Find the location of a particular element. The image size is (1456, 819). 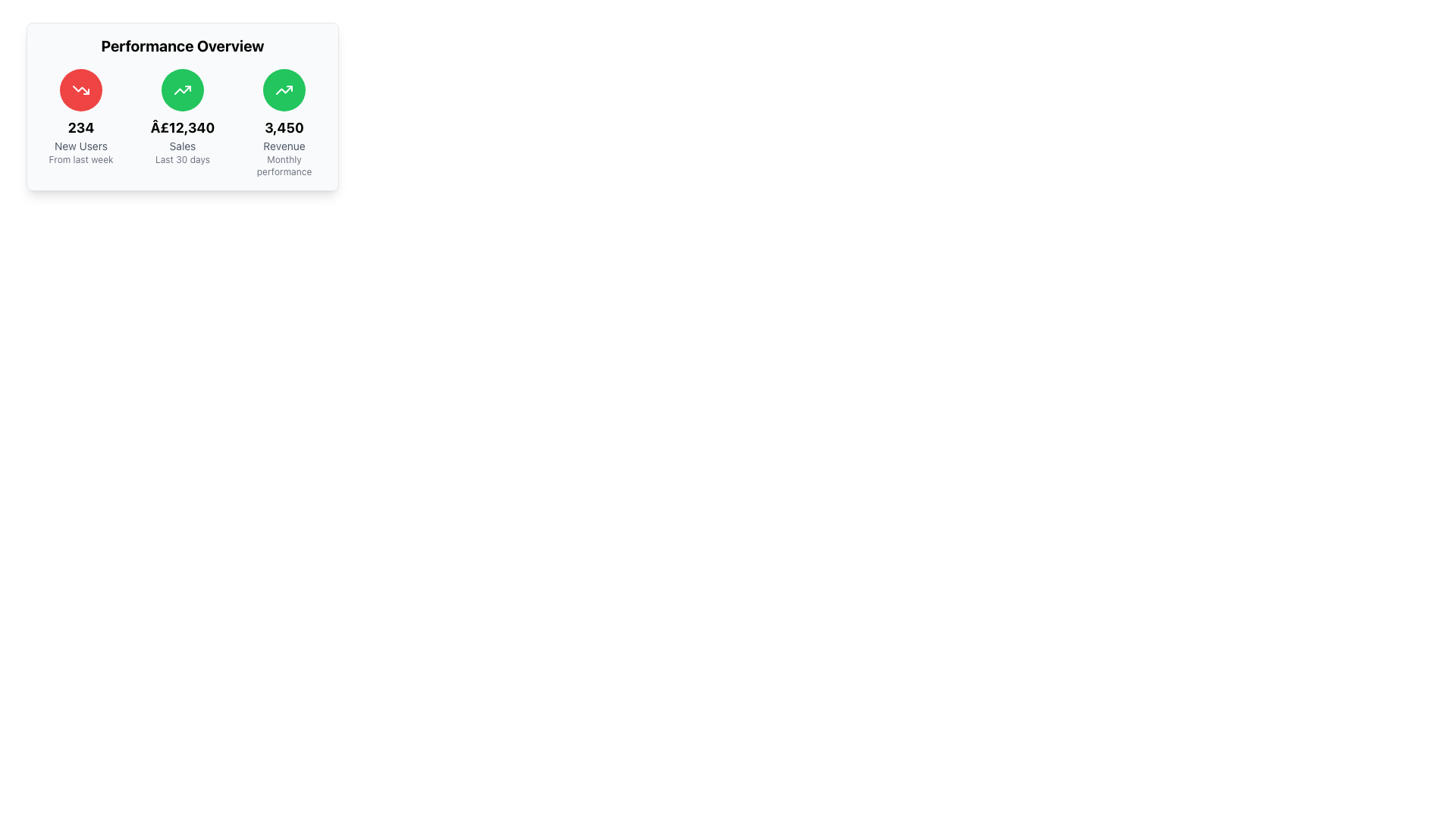

the text label containing the words 'New Users', which is styled in gray and positioned below the numeric value '234' and above 'From last week' is located at coordinates (80, 146).